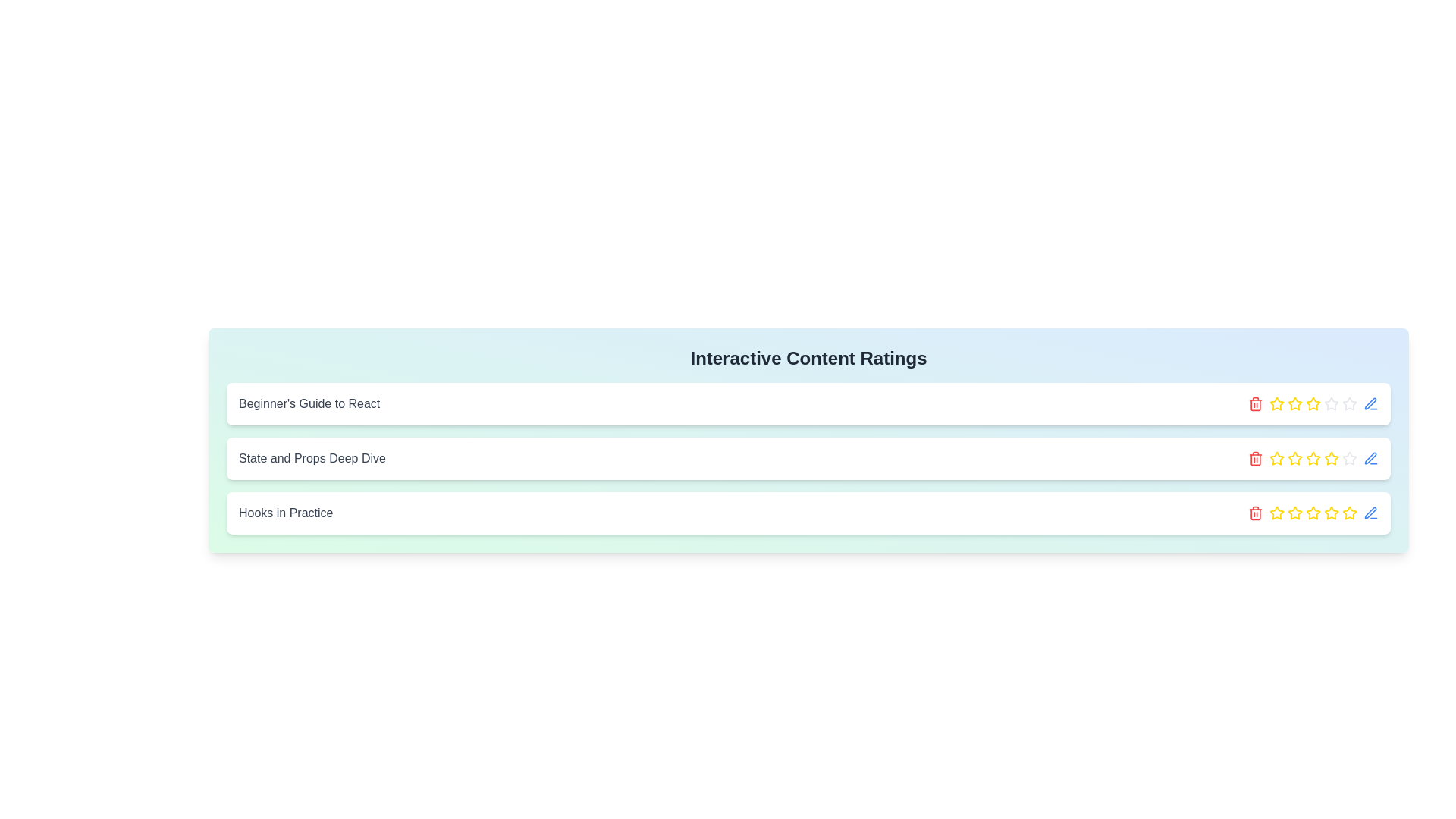 The height and width of the screenshot is (819, 1456). What do you see at coordinates (1313, 458) in the screenshot?
I see `the fourth star icon in the rating mechanism` at bounding box center [1313, 458].